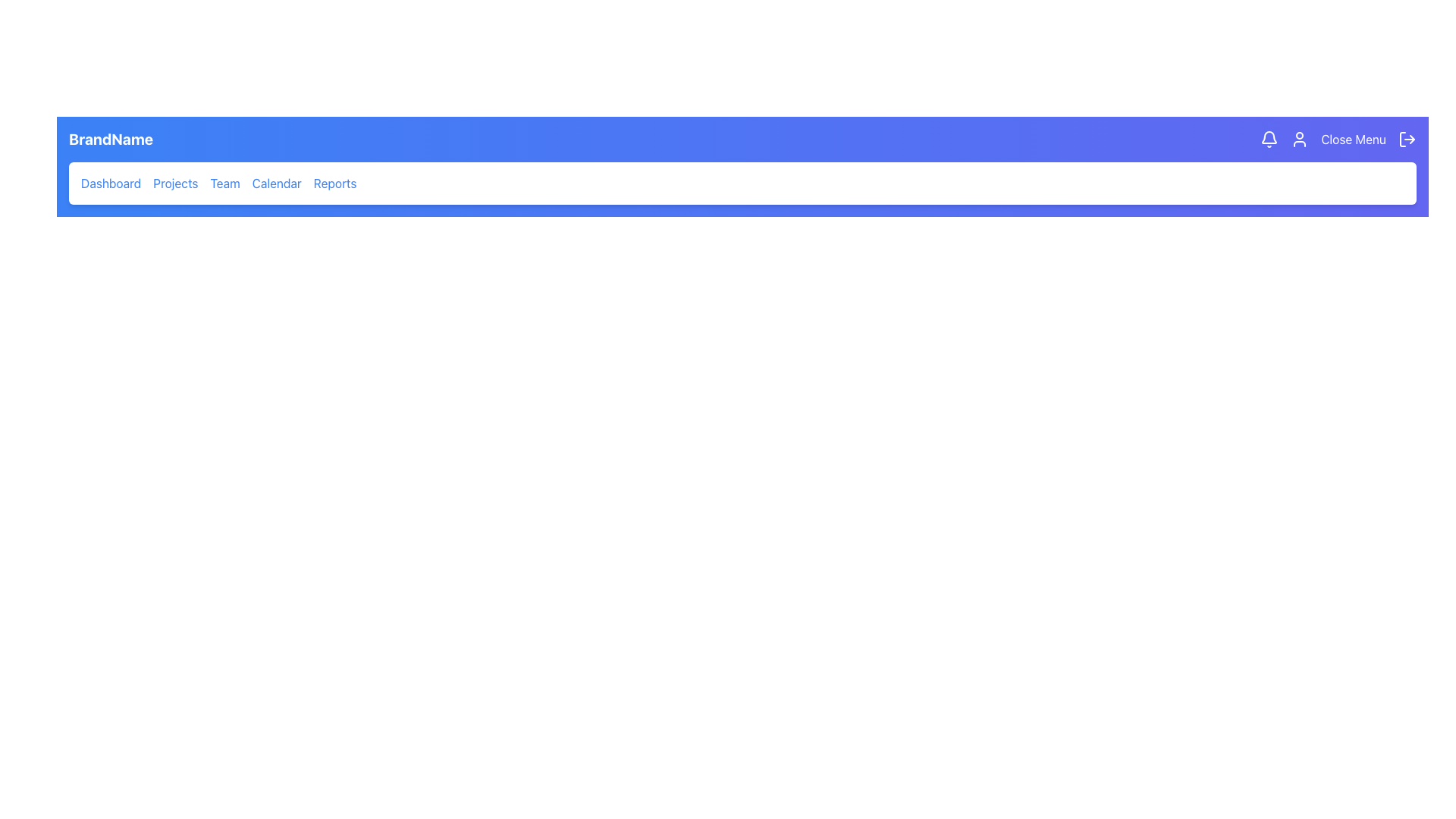 This screenshot has width=1456, height=819. What do you see at coordinates (1269, 140) in the screenshot?
I see `the notification icon located in the horizontal navigation bar` at bounding box center [1269, 140].